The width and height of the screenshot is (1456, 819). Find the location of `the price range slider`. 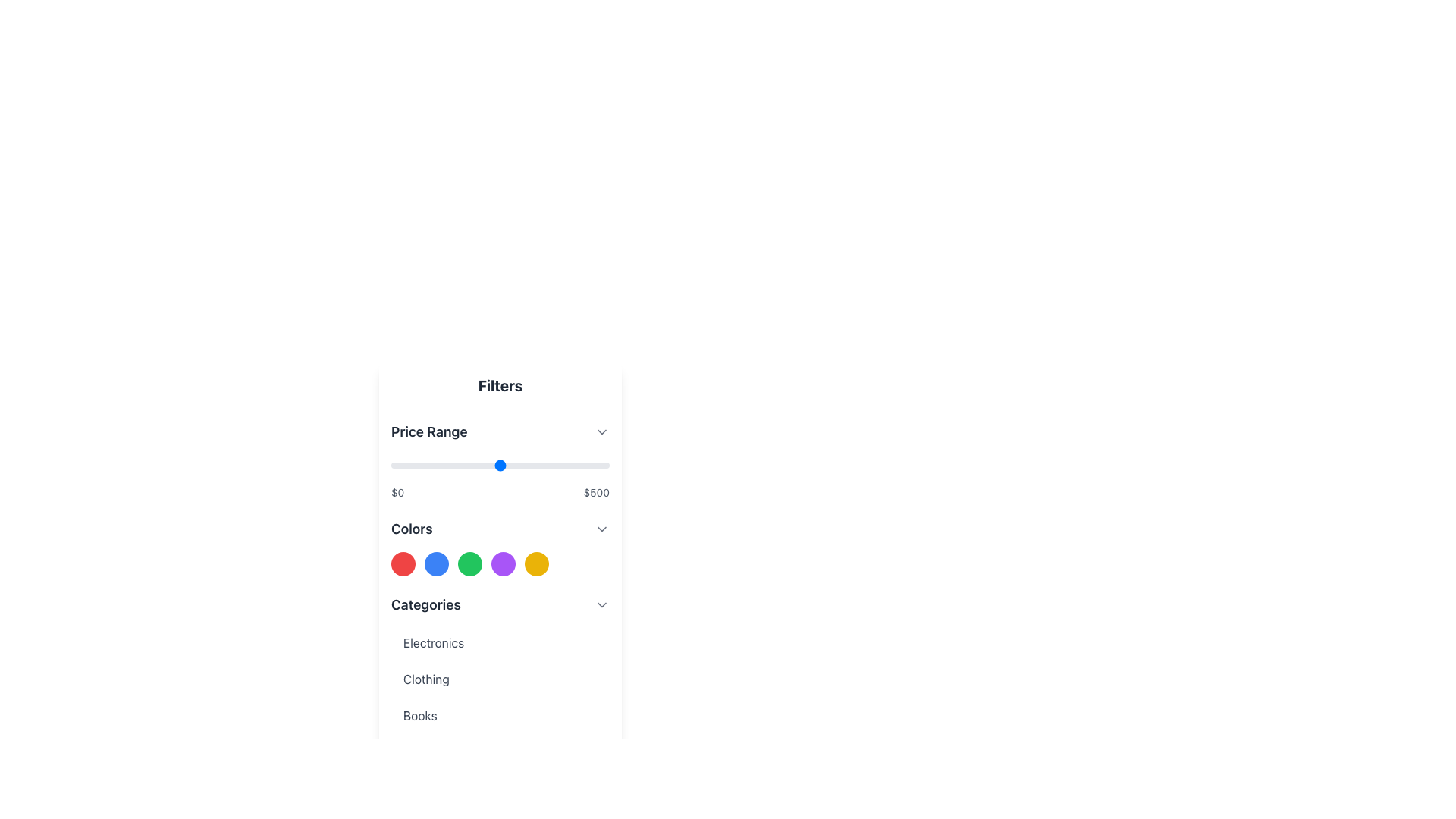

the price range slider is located at coordinates (506, 464).